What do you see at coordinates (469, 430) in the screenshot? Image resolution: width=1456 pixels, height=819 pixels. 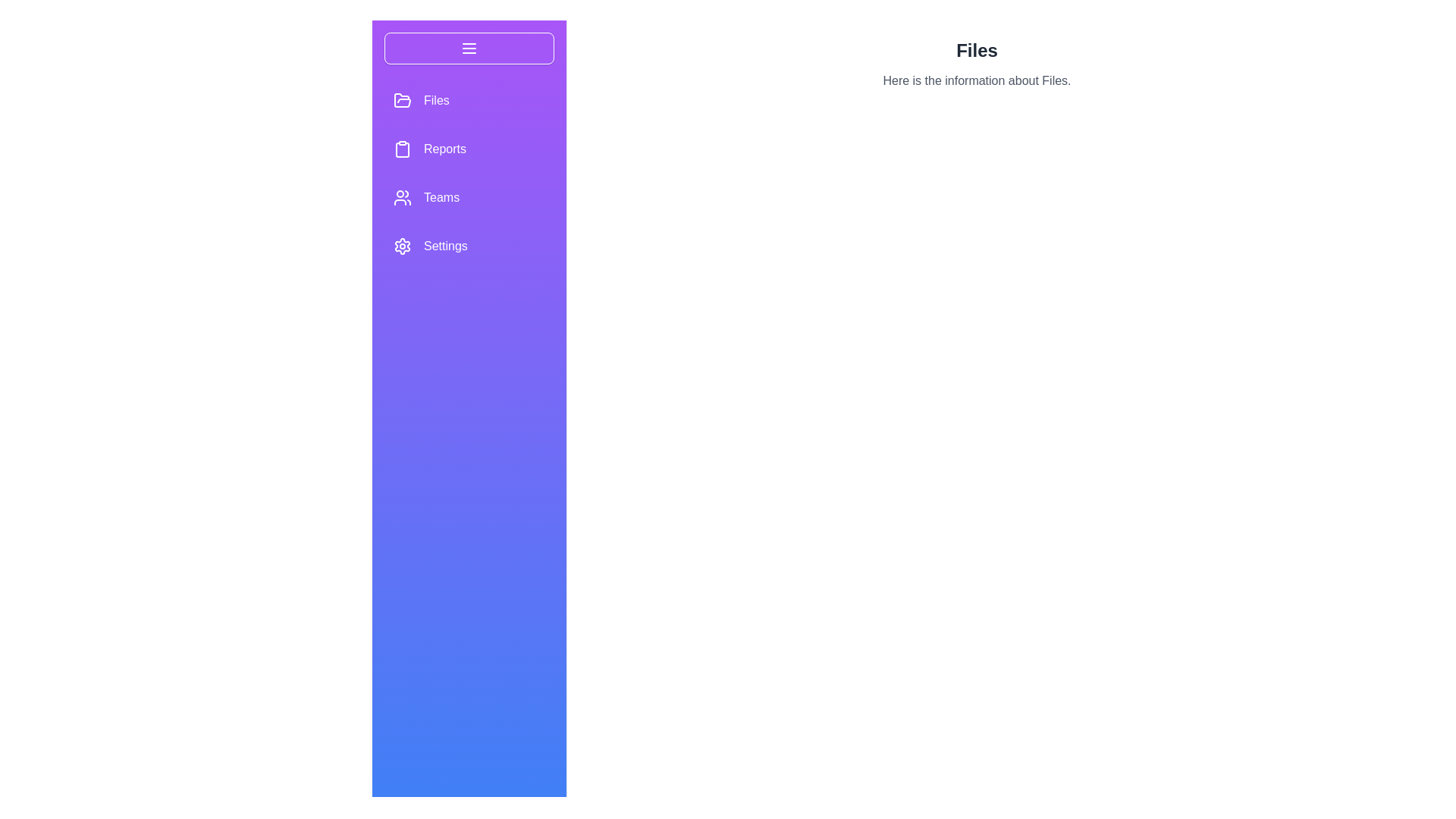 I see `the drawer background to interact with it` at bounding box center [469, 430].